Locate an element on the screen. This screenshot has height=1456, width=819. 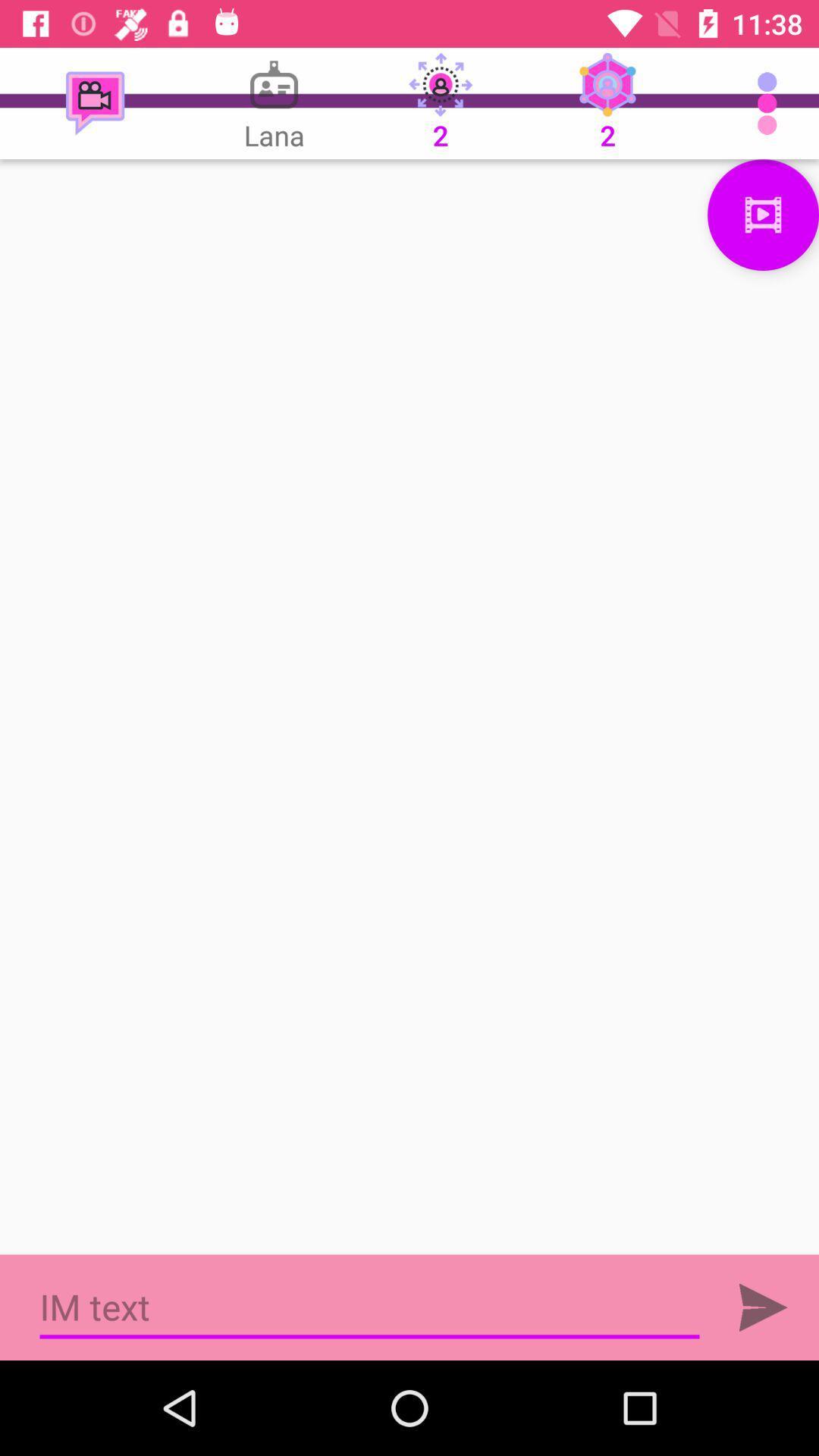
see video is located at coordinates (763, 214).